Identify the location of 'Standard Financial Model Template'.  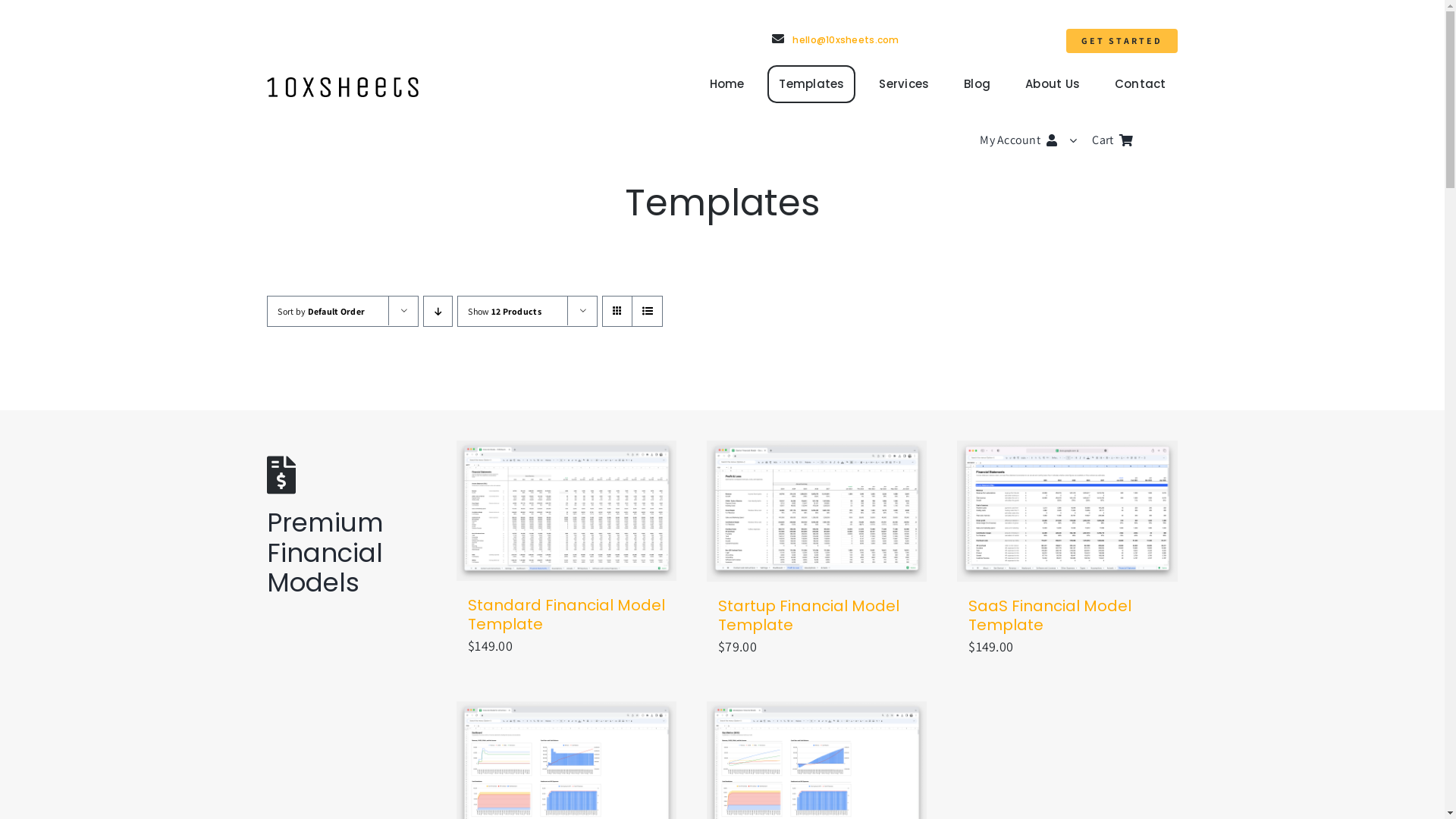
(566, 614).